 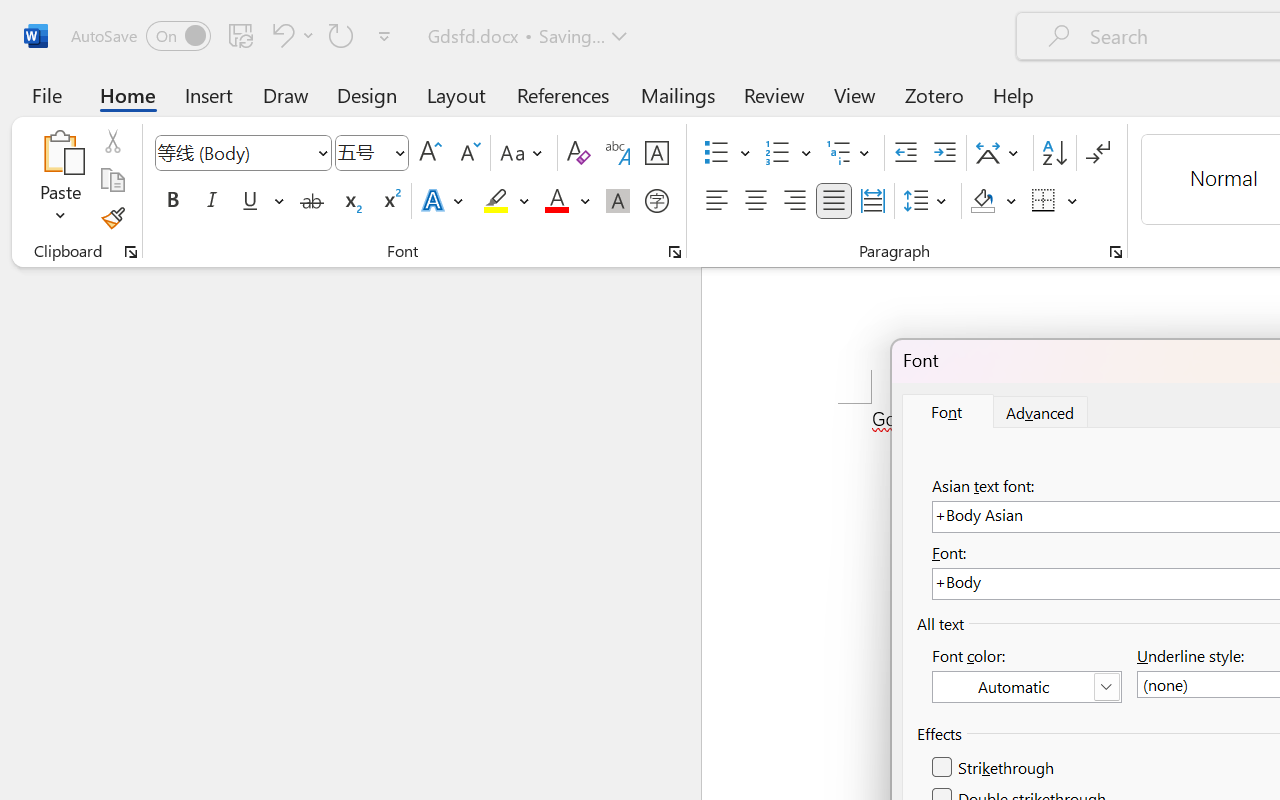 I want to click on 'Font Color Red', so click(x=556, y=201).